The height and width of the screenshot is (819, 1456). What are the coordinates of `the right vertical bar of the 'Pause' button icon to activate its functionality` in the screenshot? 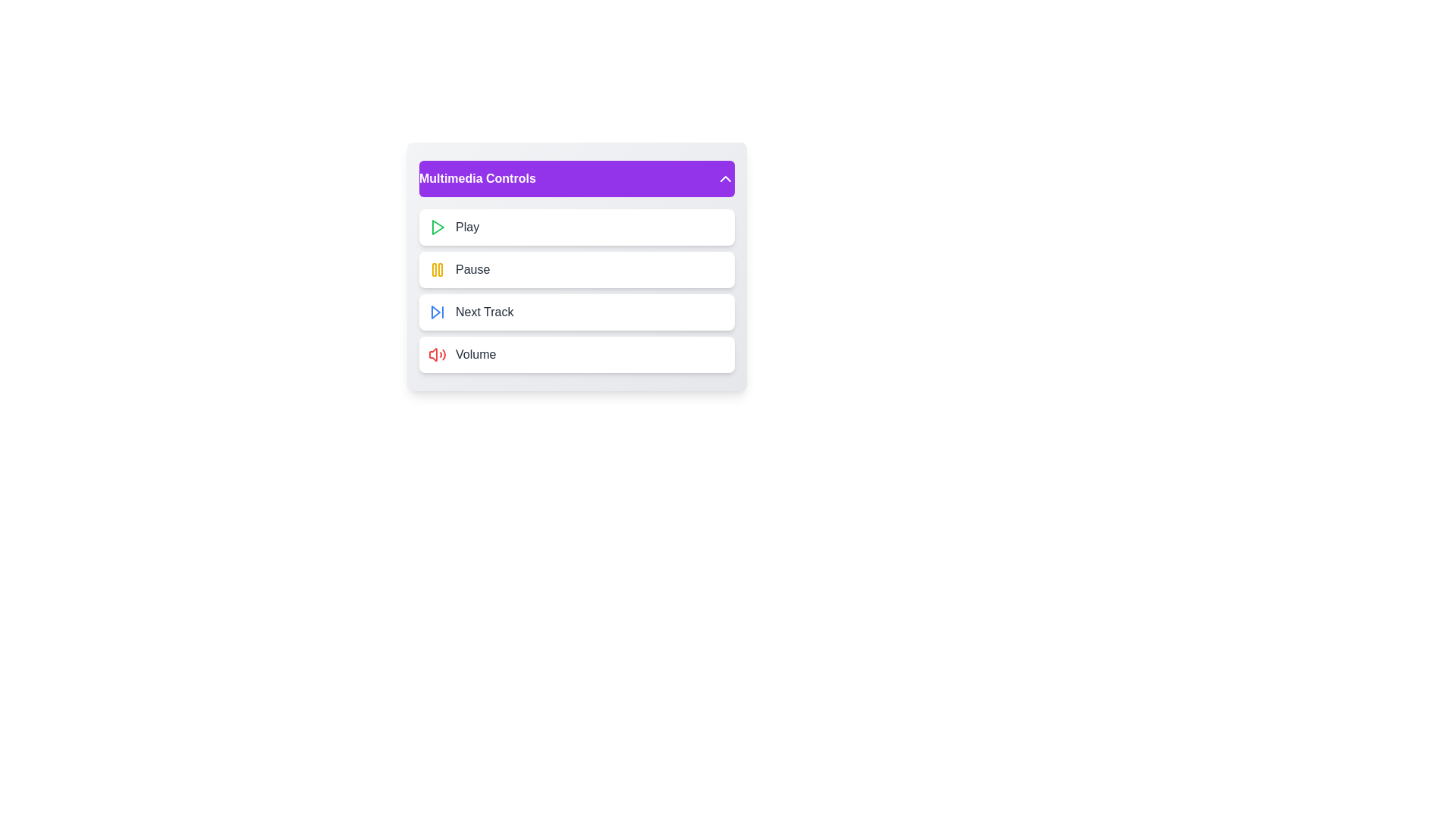 It's located at (439, 268).